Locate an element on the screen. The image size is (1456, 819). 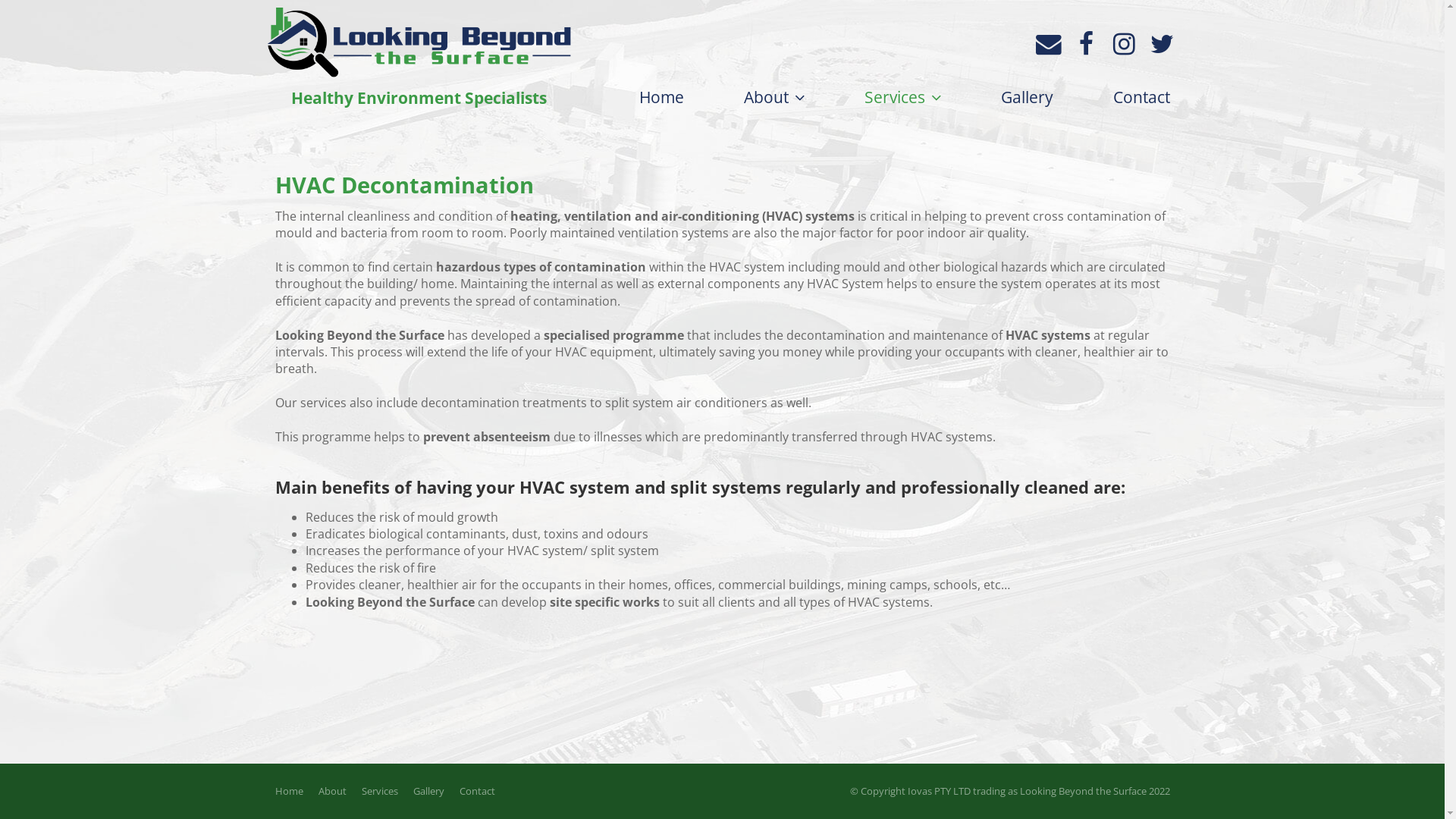
'Gallery' is located at coordinates (427, 789).